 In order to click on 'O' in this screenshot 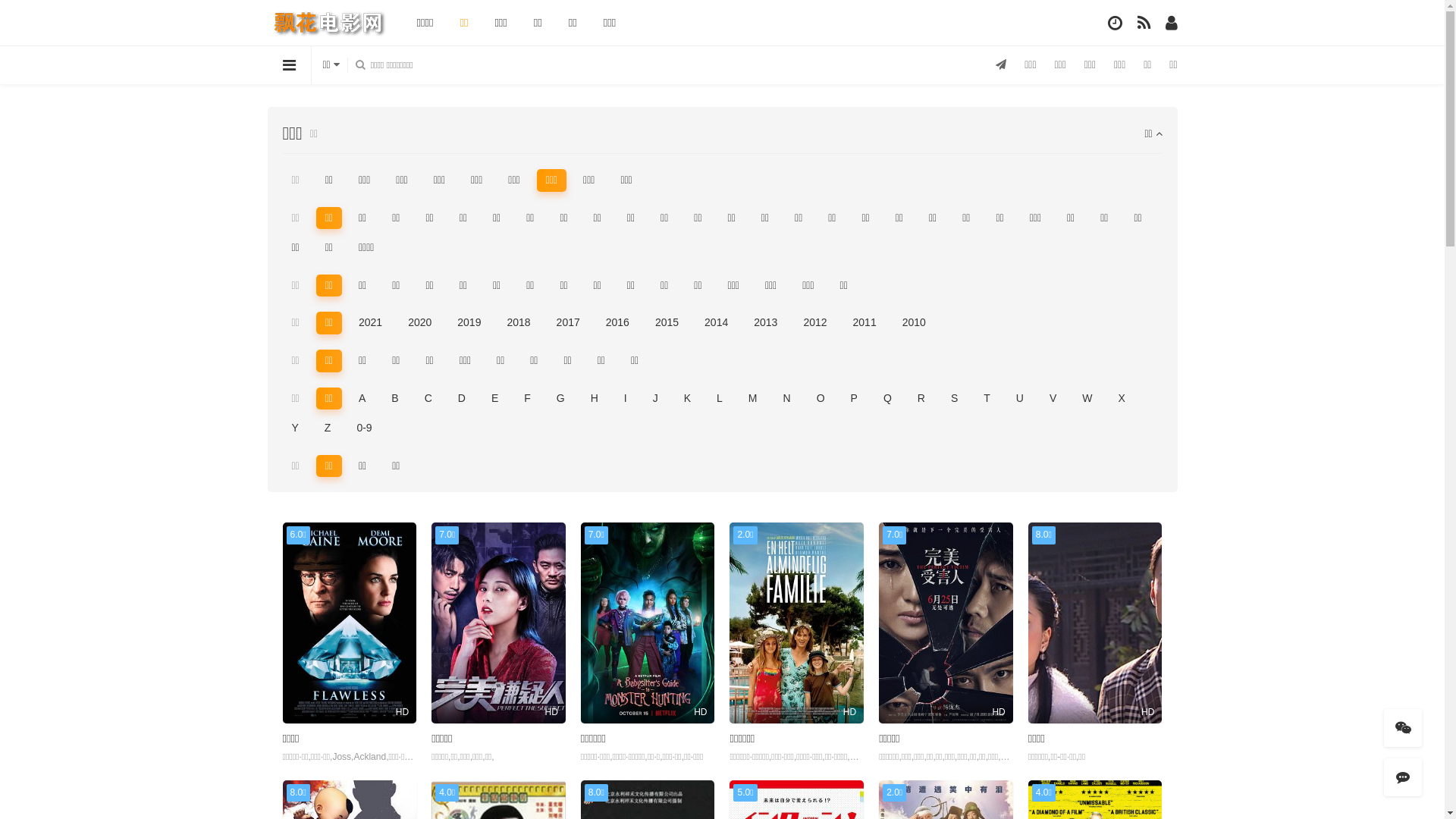, I will do `click(820, 397)`.